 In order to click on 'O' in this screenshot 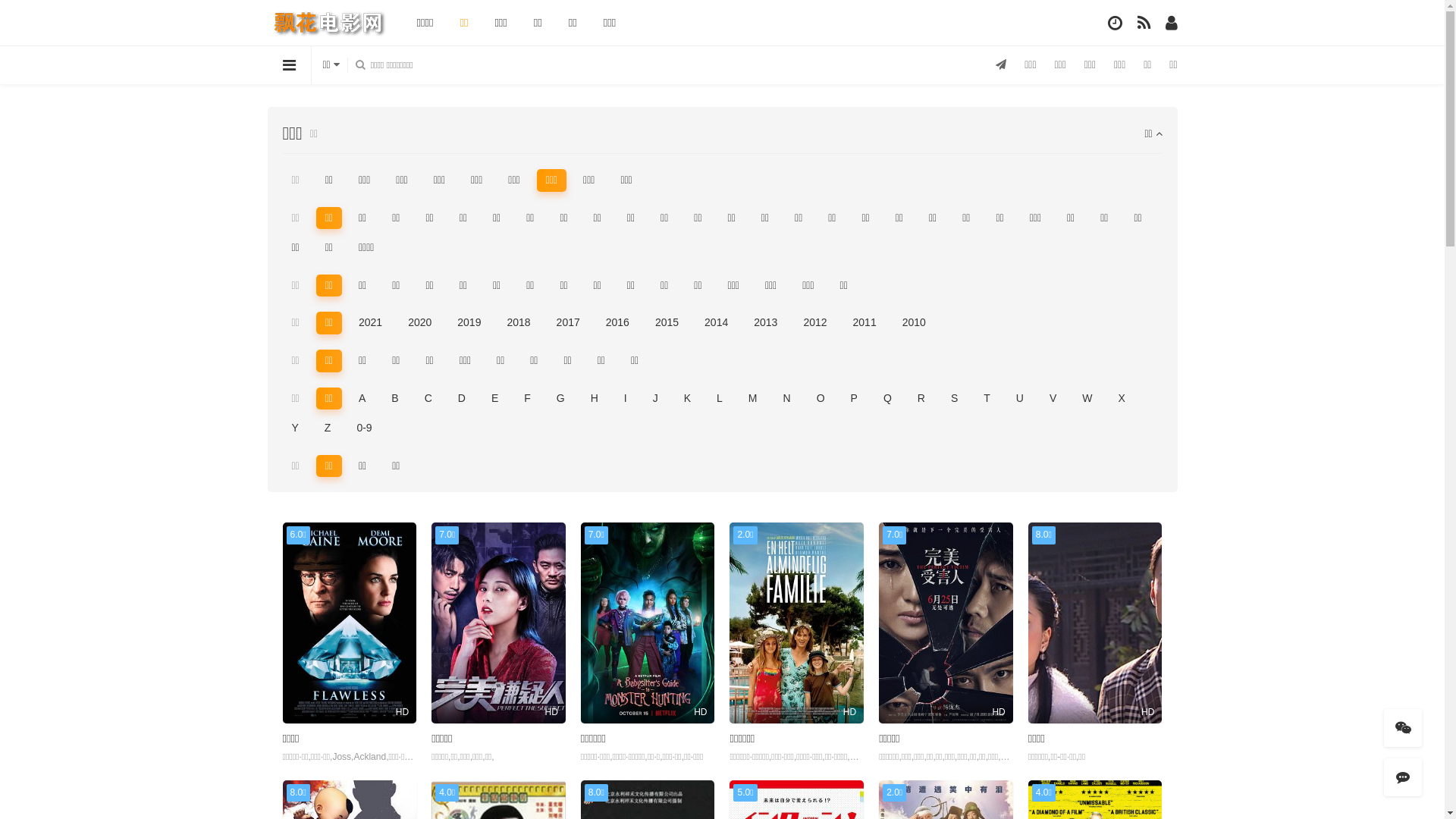, I will do `click(820, 397)`.